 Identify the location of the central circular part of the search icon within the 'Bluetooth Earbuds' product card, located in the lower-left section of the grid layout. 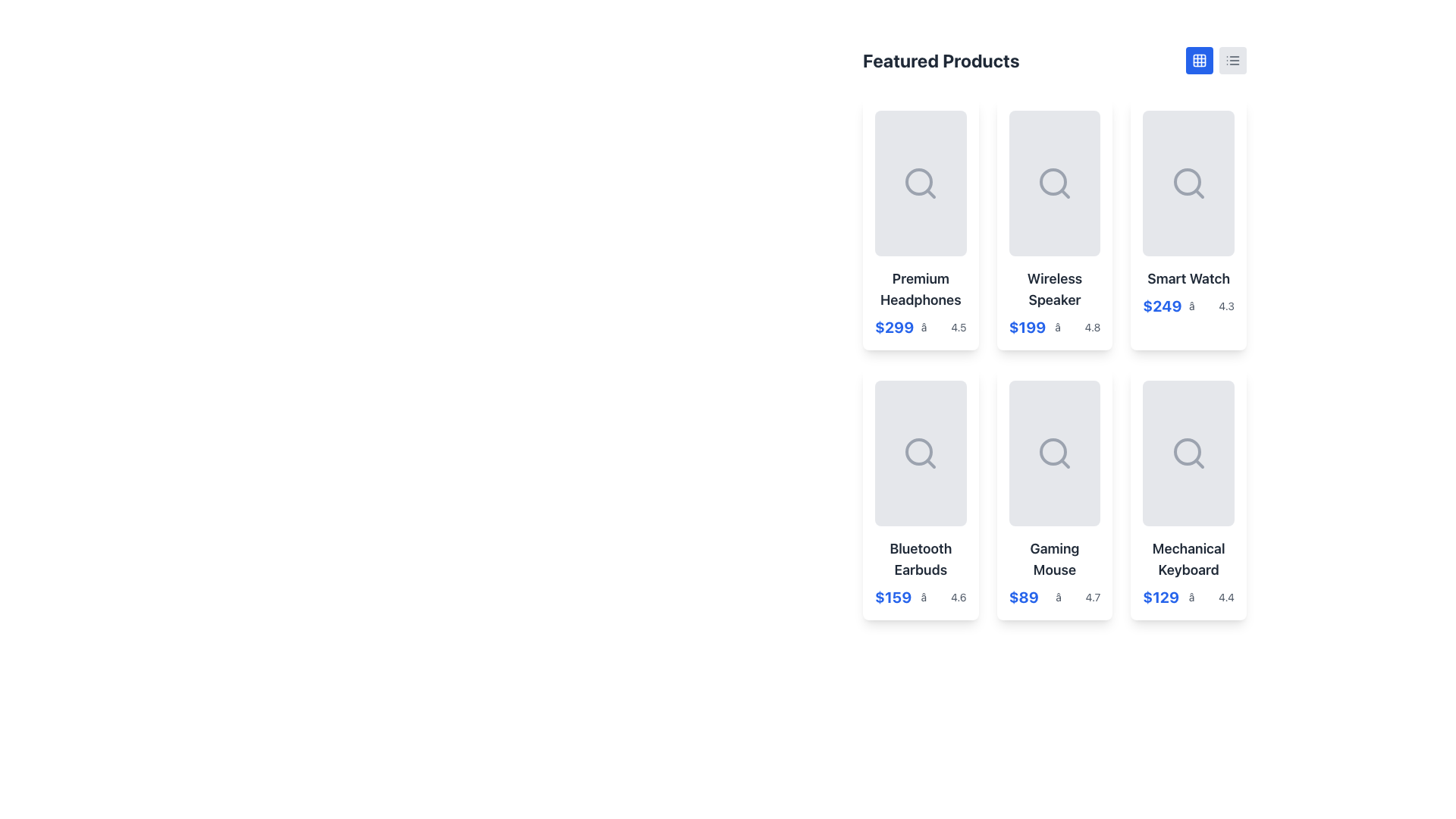
(918, 451).